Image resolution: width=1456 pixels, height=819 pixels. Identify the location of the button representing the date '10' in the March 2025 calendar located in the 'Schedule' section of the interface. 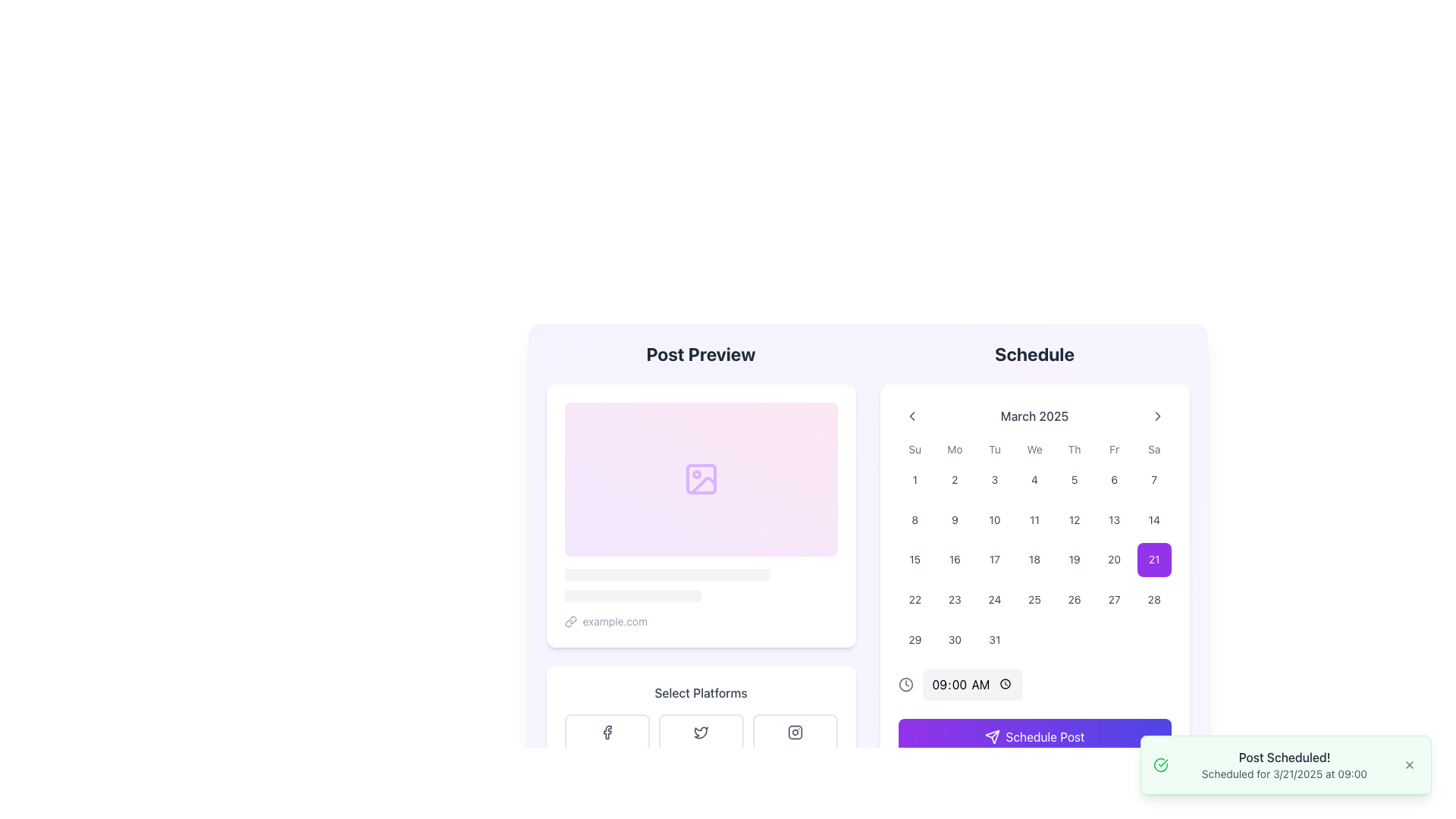
(994, 519).